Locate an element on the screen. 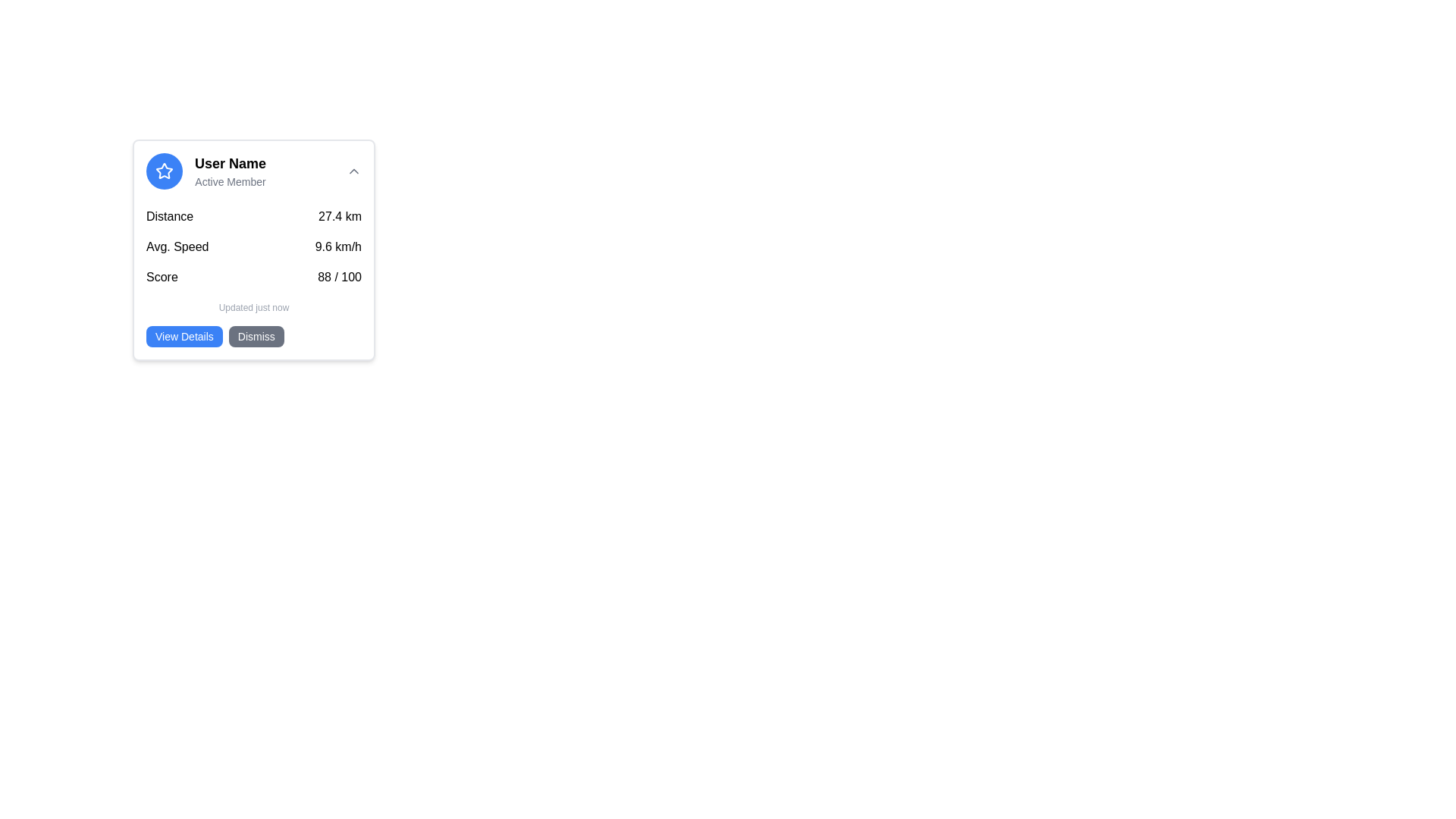  the chevron icon located at the top-right corner of the user information section is located at coordinates (353, 171).